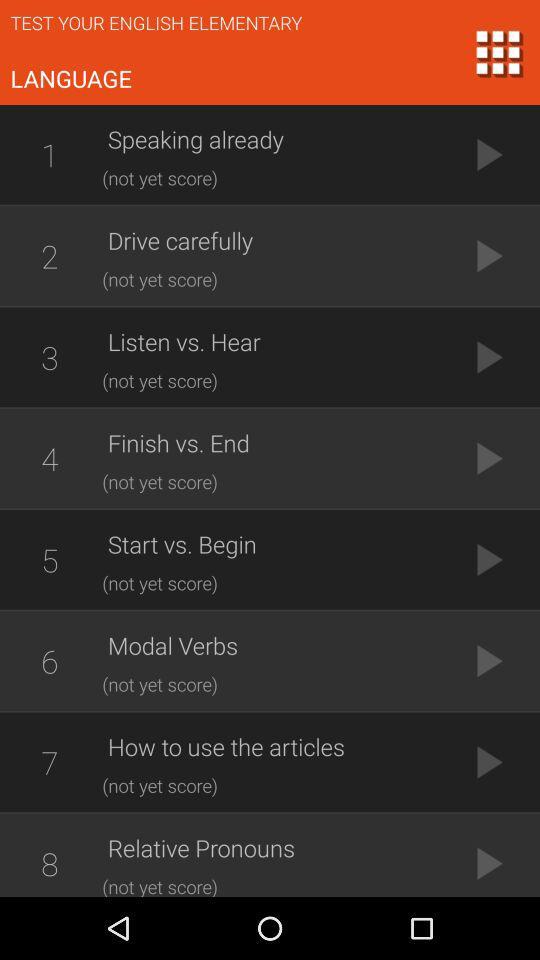  I want to click on the button which is next to the listen vs hear, so click(488, 357).